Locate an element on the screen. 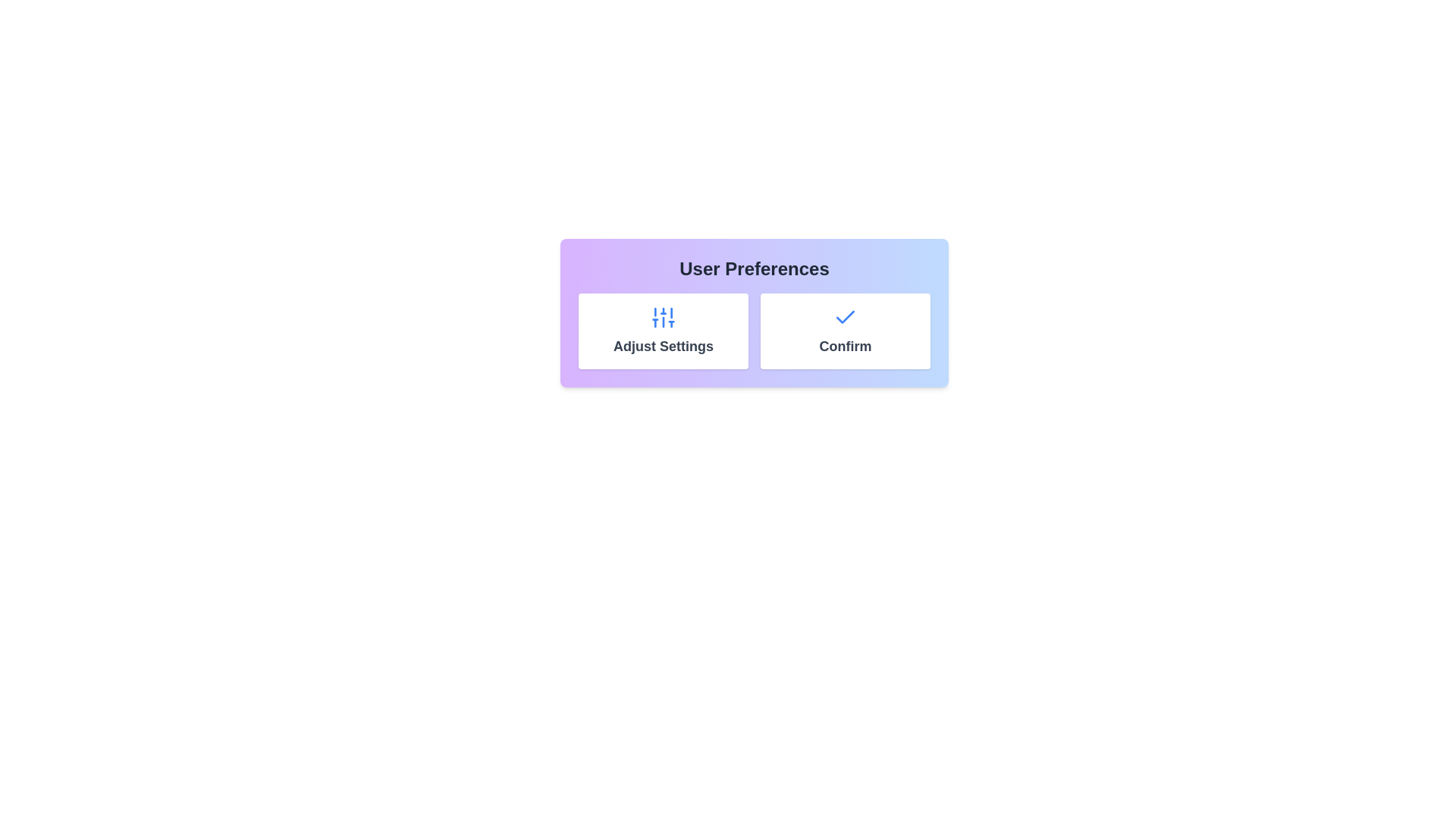  the 'User Preferences' text label, which is displayed in bold and large font, with a dark gray color on a gradient background transitioning from purple to blue is located at coordinates (754, 268).